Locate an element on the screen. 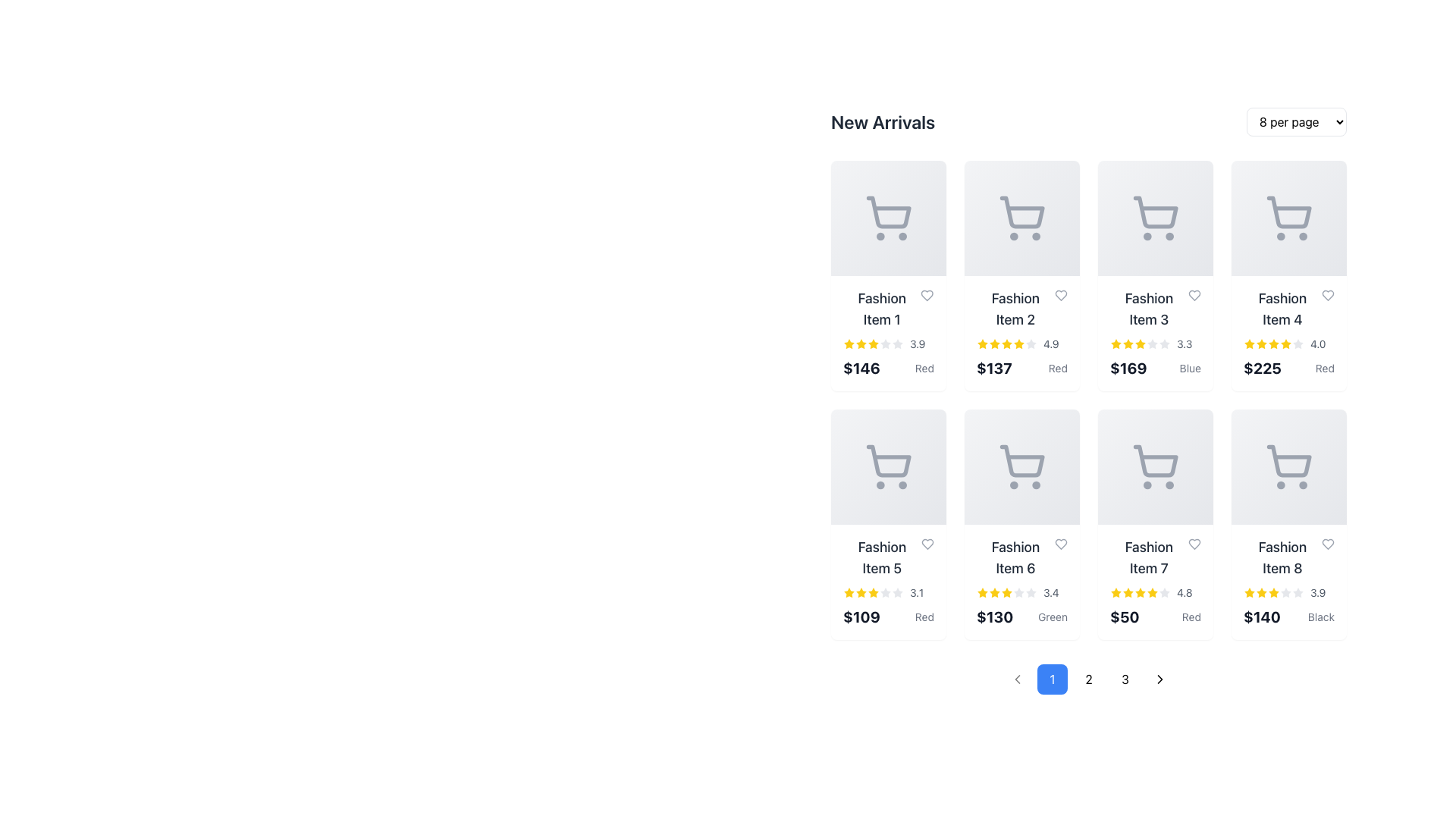  the third star icon representing the rating for 'Fashion Item 7' in the grid view of products is located at coordinates (1128, 592).